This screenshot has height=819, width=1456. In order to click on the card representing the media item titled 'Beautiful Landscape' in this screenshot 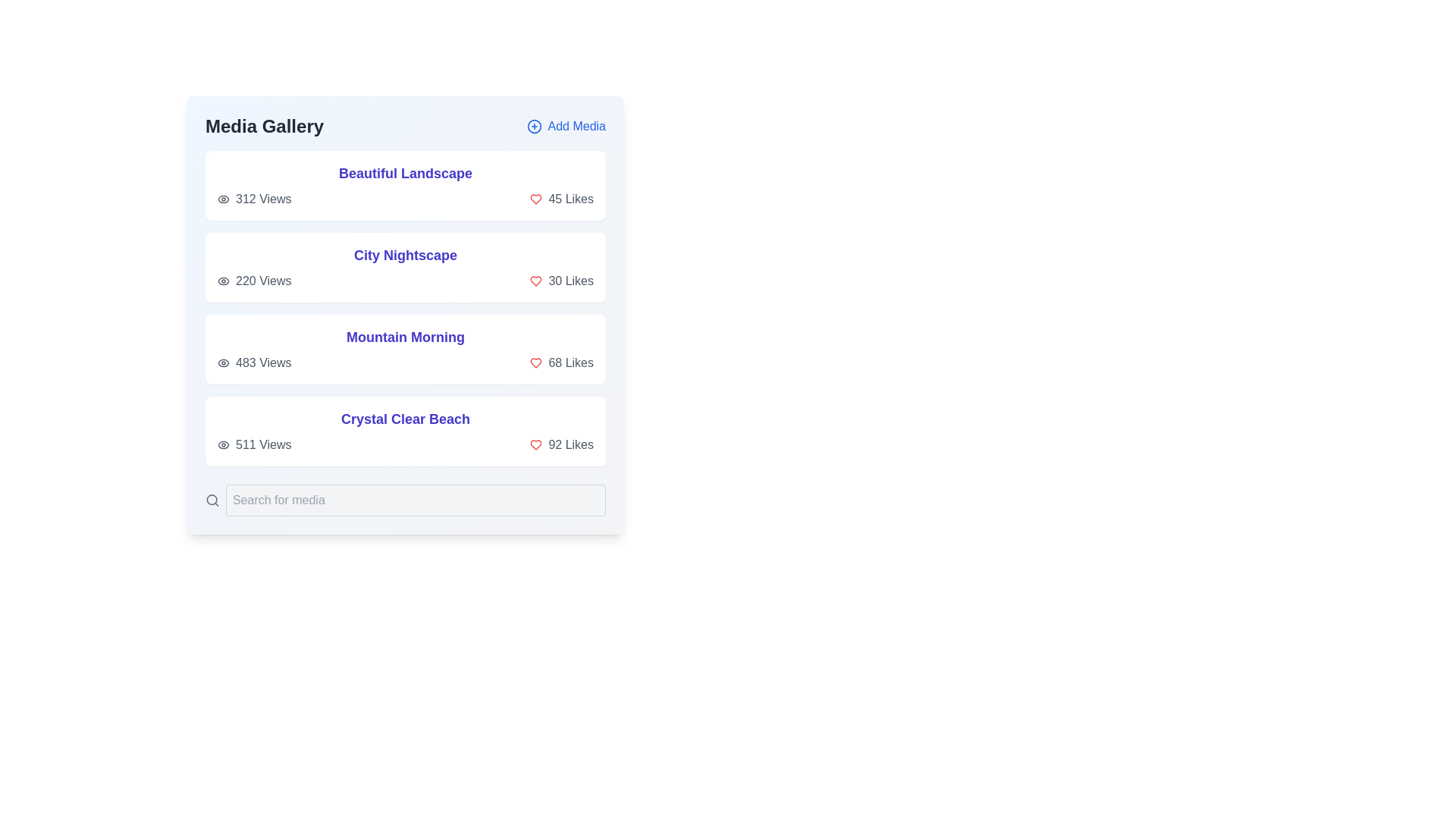, I will do `click(405, 185)`.